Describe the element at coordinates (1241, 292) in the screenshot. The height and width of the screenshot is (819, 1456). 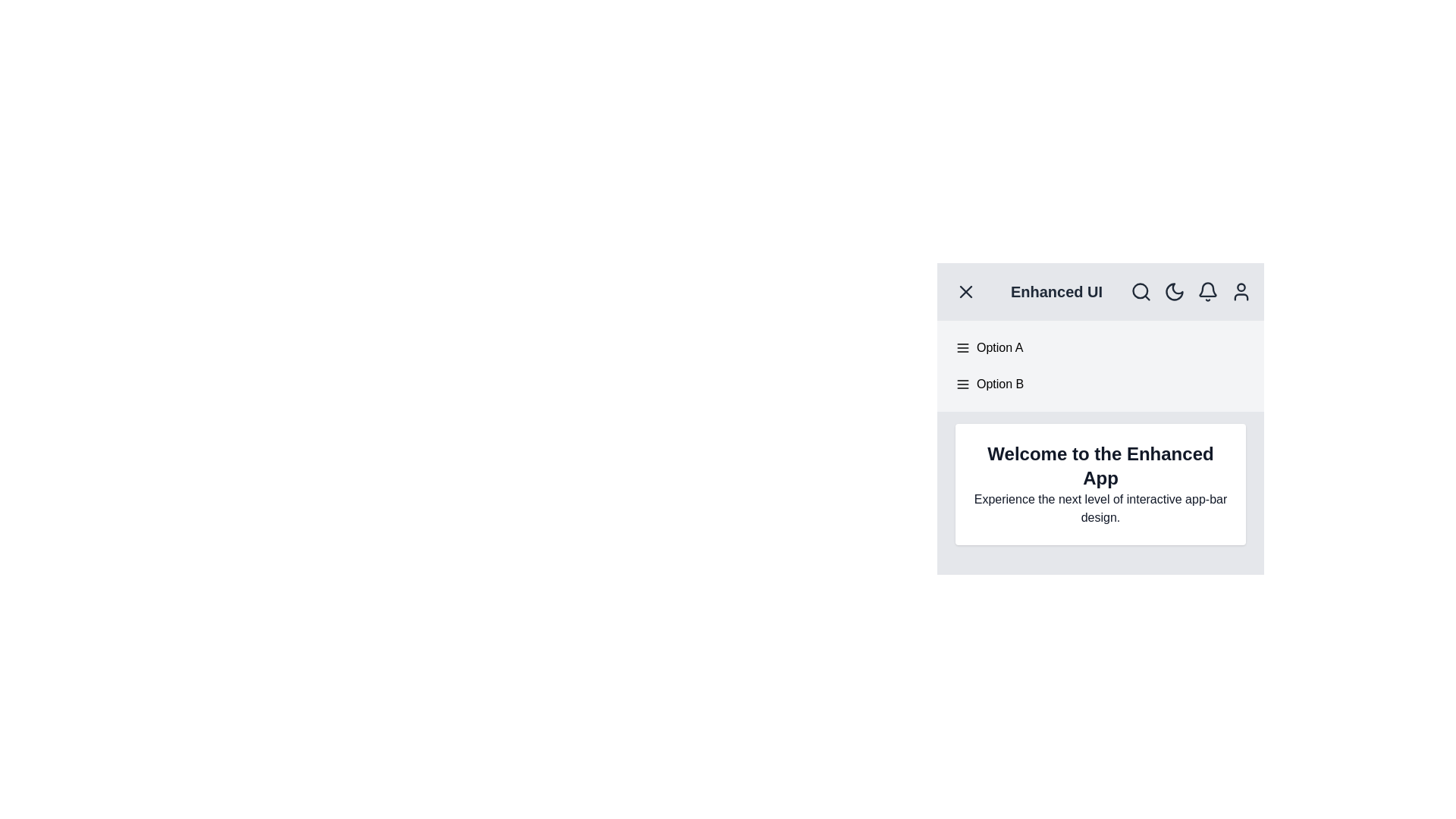
I see `the user profile icon` at that location.